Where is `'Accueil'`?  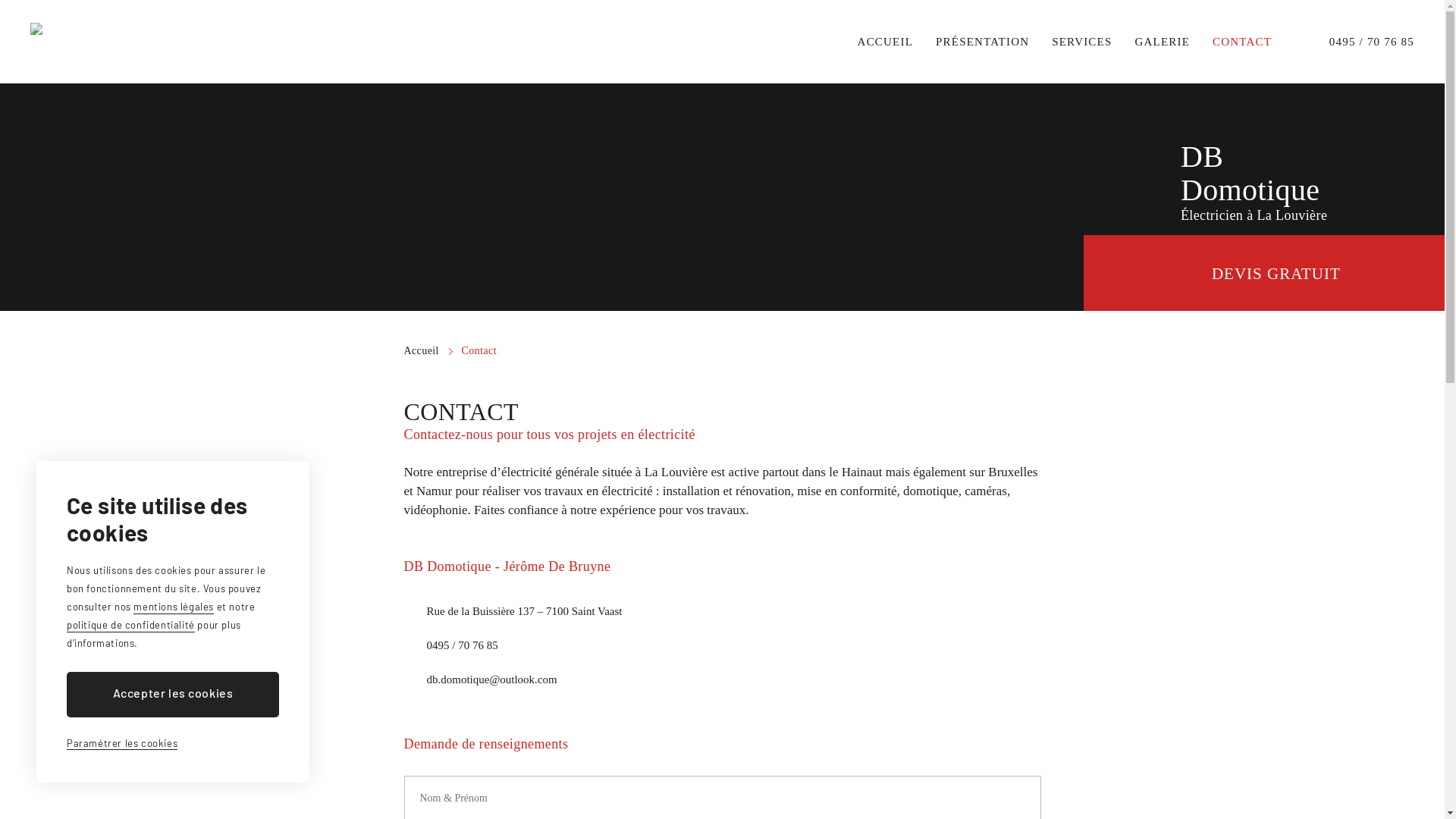 'Accueil' is located at coordinates (427, 350).